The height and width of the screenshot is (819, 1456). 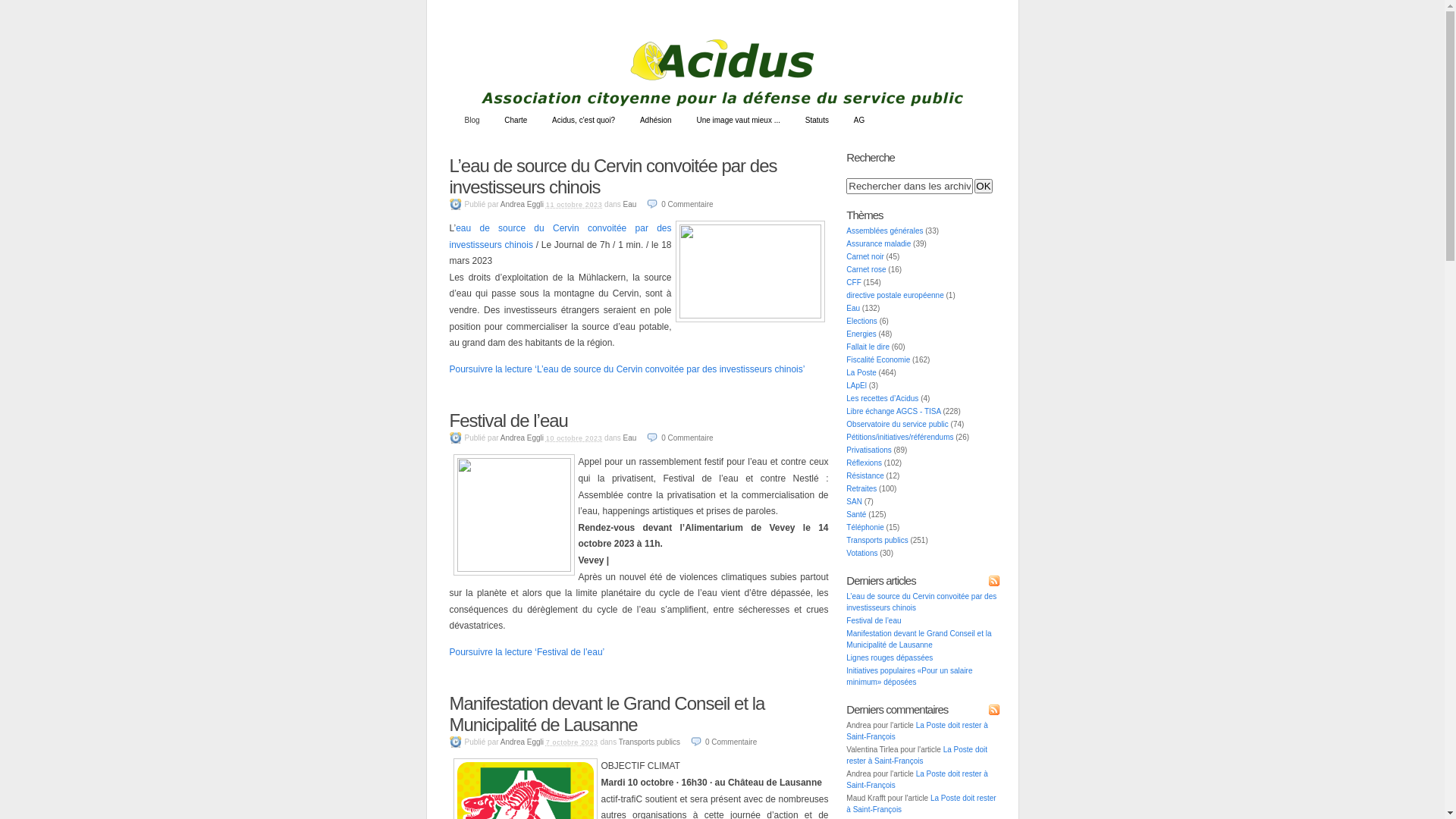 I want to click on 'SAN', so click(x=854, y=501).